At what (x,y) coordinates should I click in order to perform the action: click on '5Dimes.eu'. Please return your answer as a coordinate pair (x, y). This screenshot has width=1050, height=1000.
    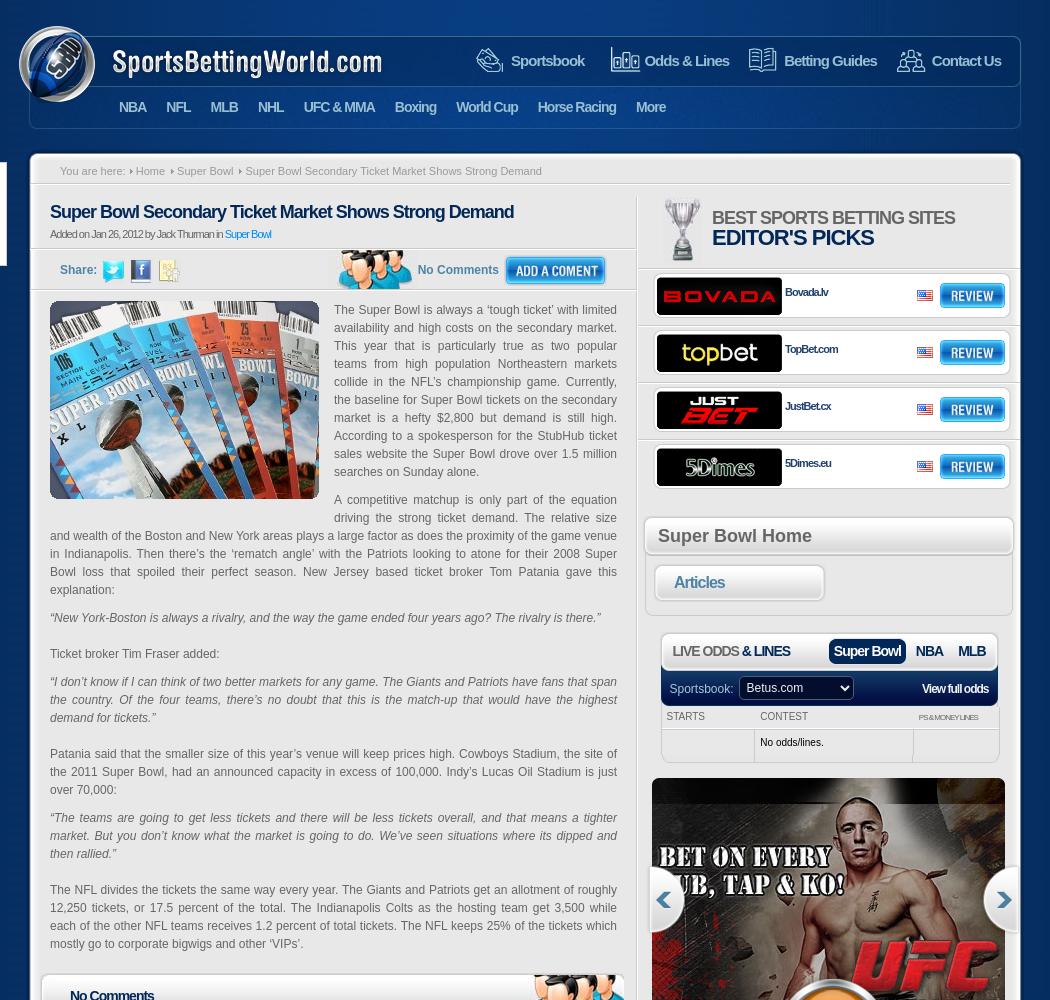
    Looking at the image, I should click on (806, 462).